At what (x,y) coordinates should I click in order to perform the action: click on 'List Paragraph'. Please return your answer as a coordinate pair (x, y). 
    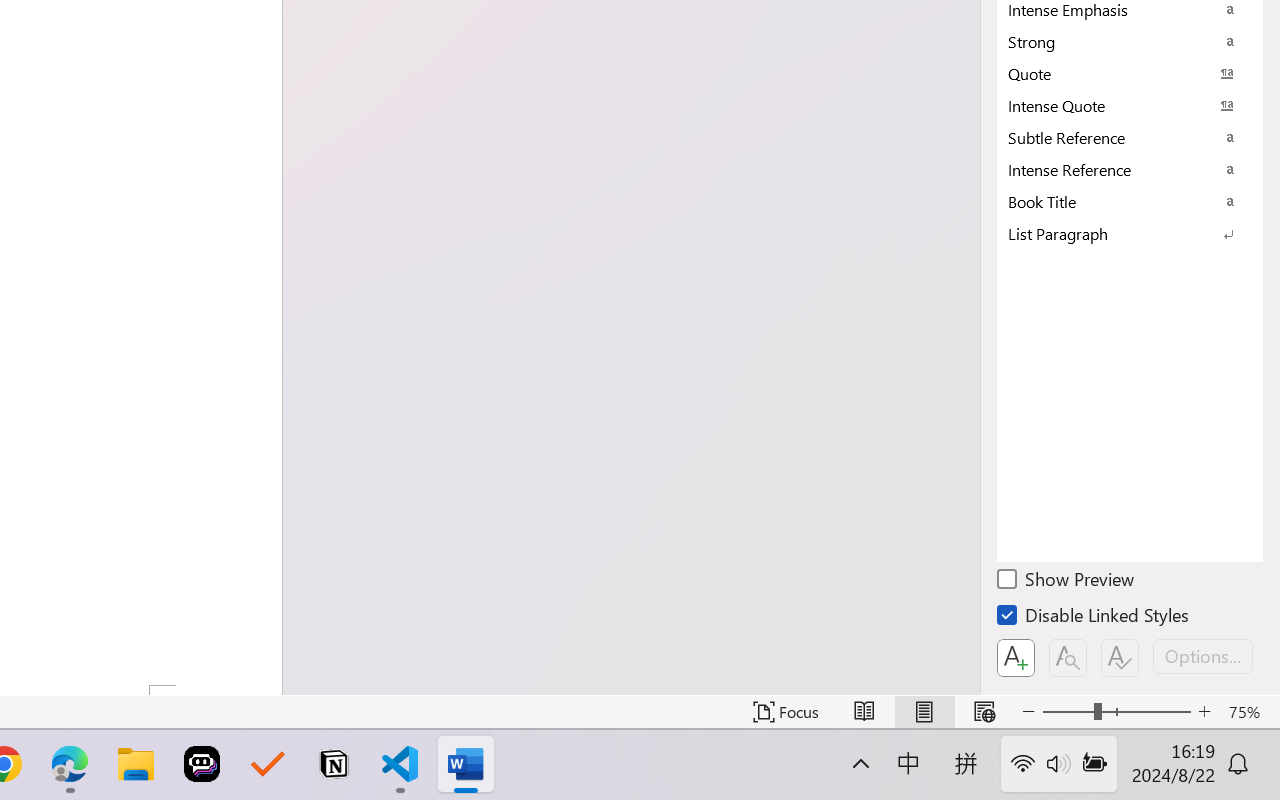
    Looking at the image, I should click on (1130, 233).